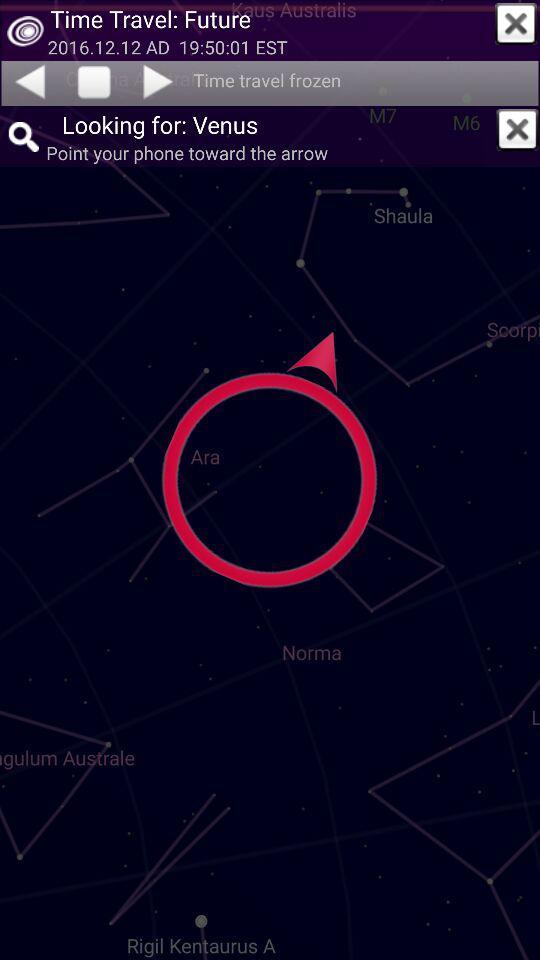 The width and height of the screenshot is (540, 960). What do you see at coordinates (516, 23) in the screenshot?
I see `notification` at bounding box center [516, 23].